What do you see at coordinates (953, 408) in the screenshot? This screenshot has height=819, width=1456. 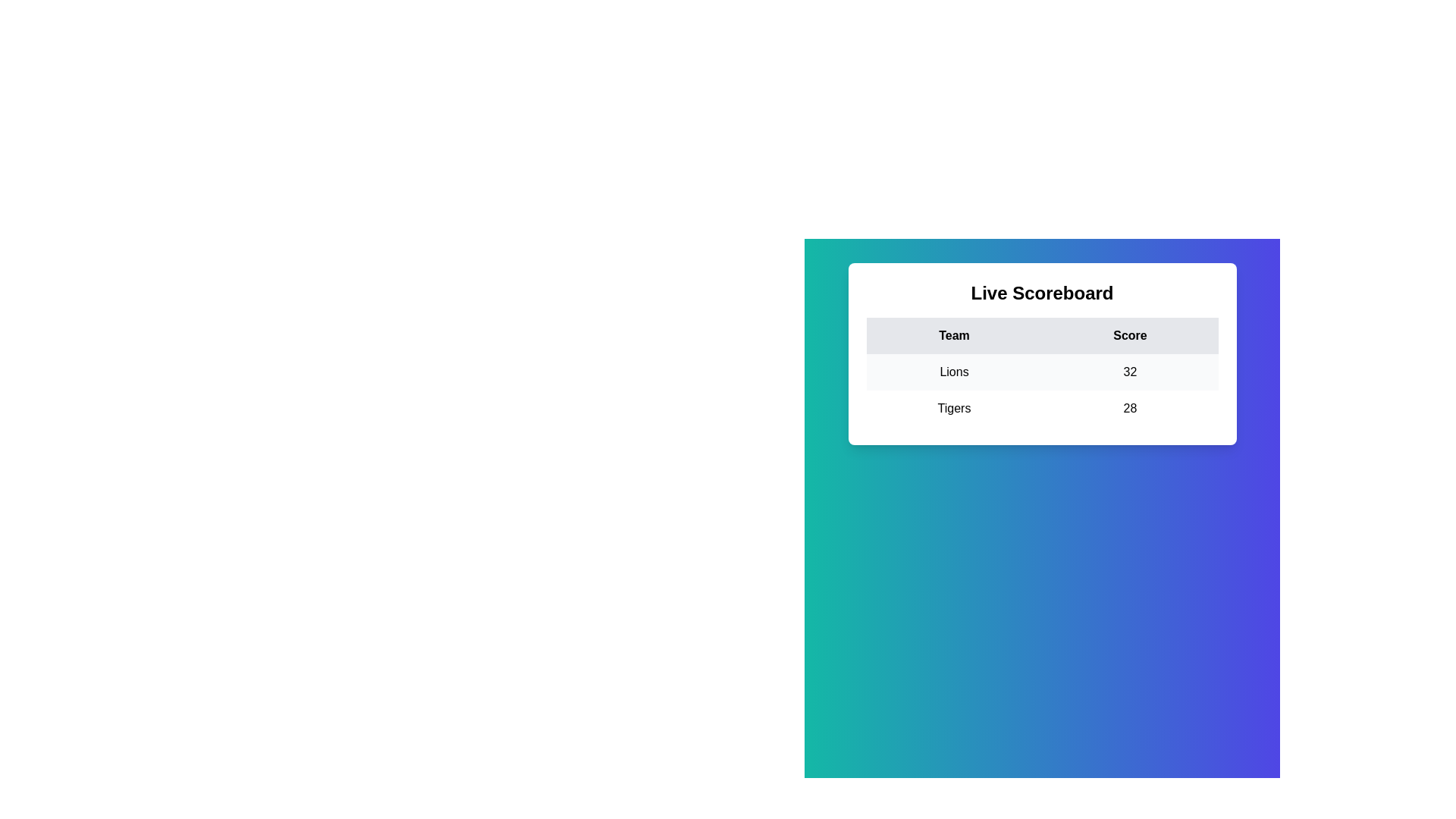 I see `the text label displaying 'Tigers' located in the first cell under the 'Team' column of the scoreboard row labeled 'Tigers28'` at bounding box center [953, 408].